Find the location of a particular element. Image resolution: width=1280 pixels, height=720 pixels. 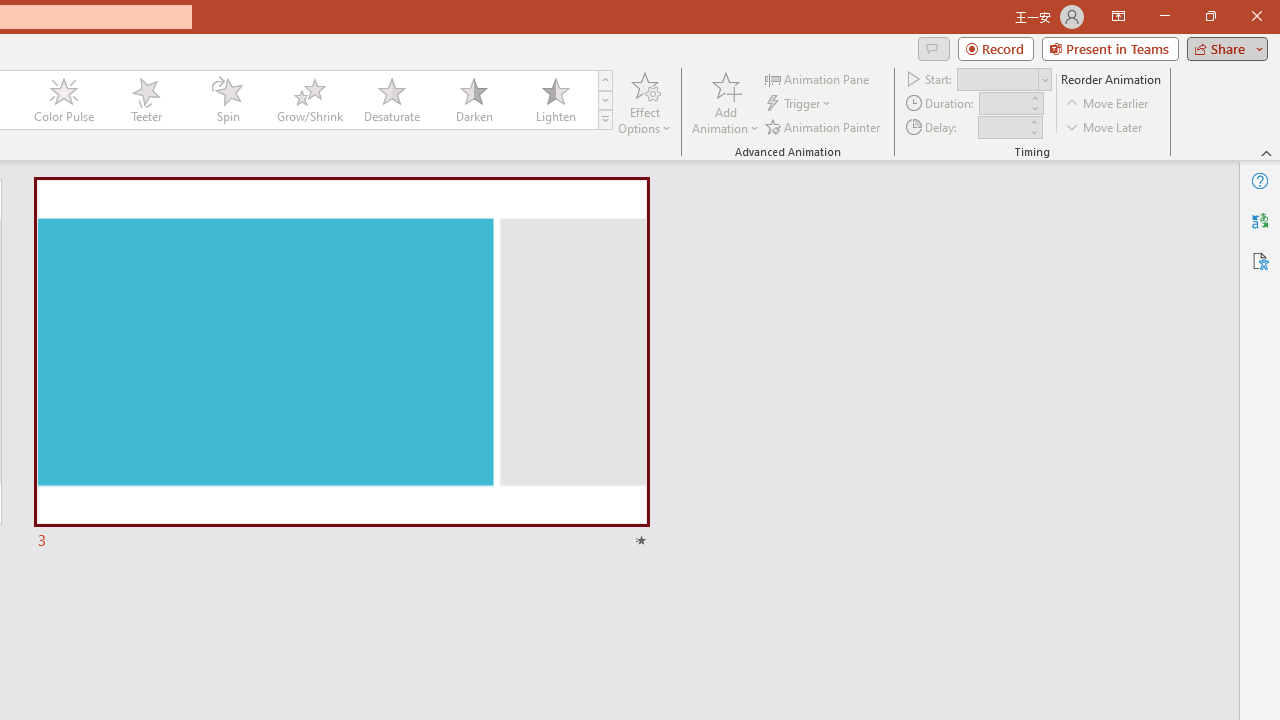

'Spin' is located at coordinates (227, 100).